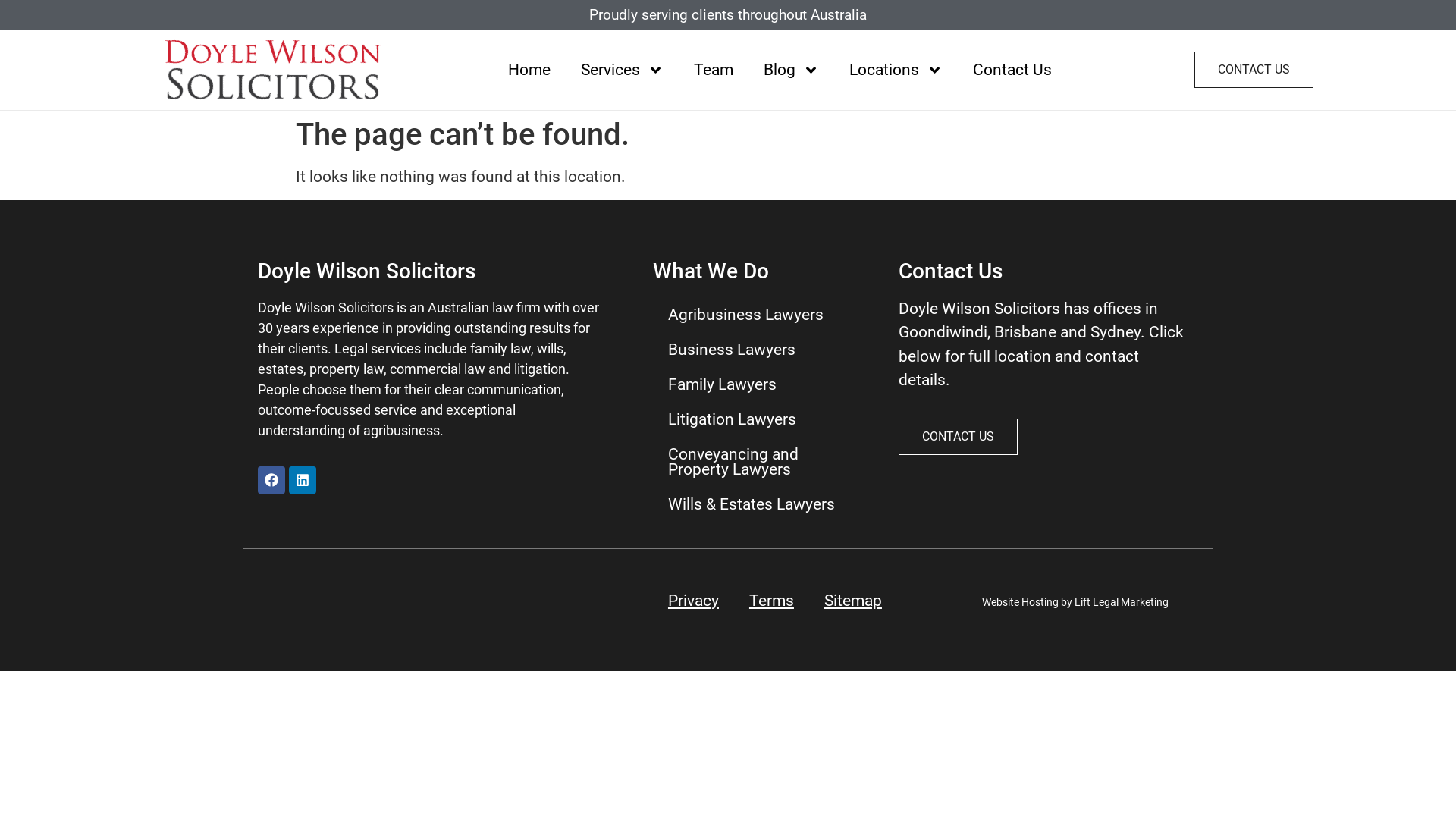 The width and height of the screenshot is (1456, 819). I want to click on 'Team', so click(712, 69).